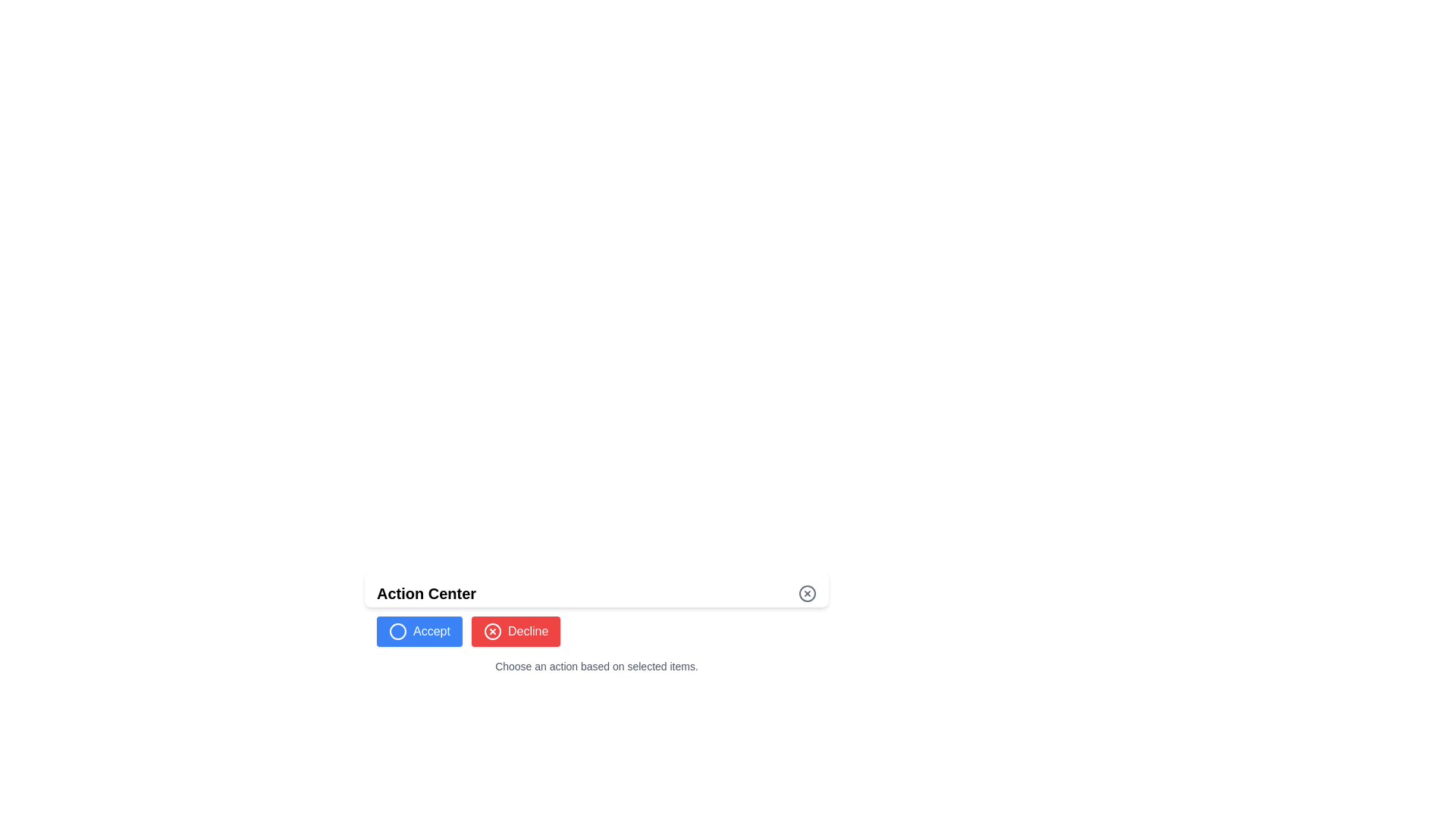 The height and width of the screenshot is (819, 1456). What do you see at coordinates (419, 632) in the screenshot?
I see `the 'Accept' button located in the lower section of the interface` at bounding box center [419, 632].